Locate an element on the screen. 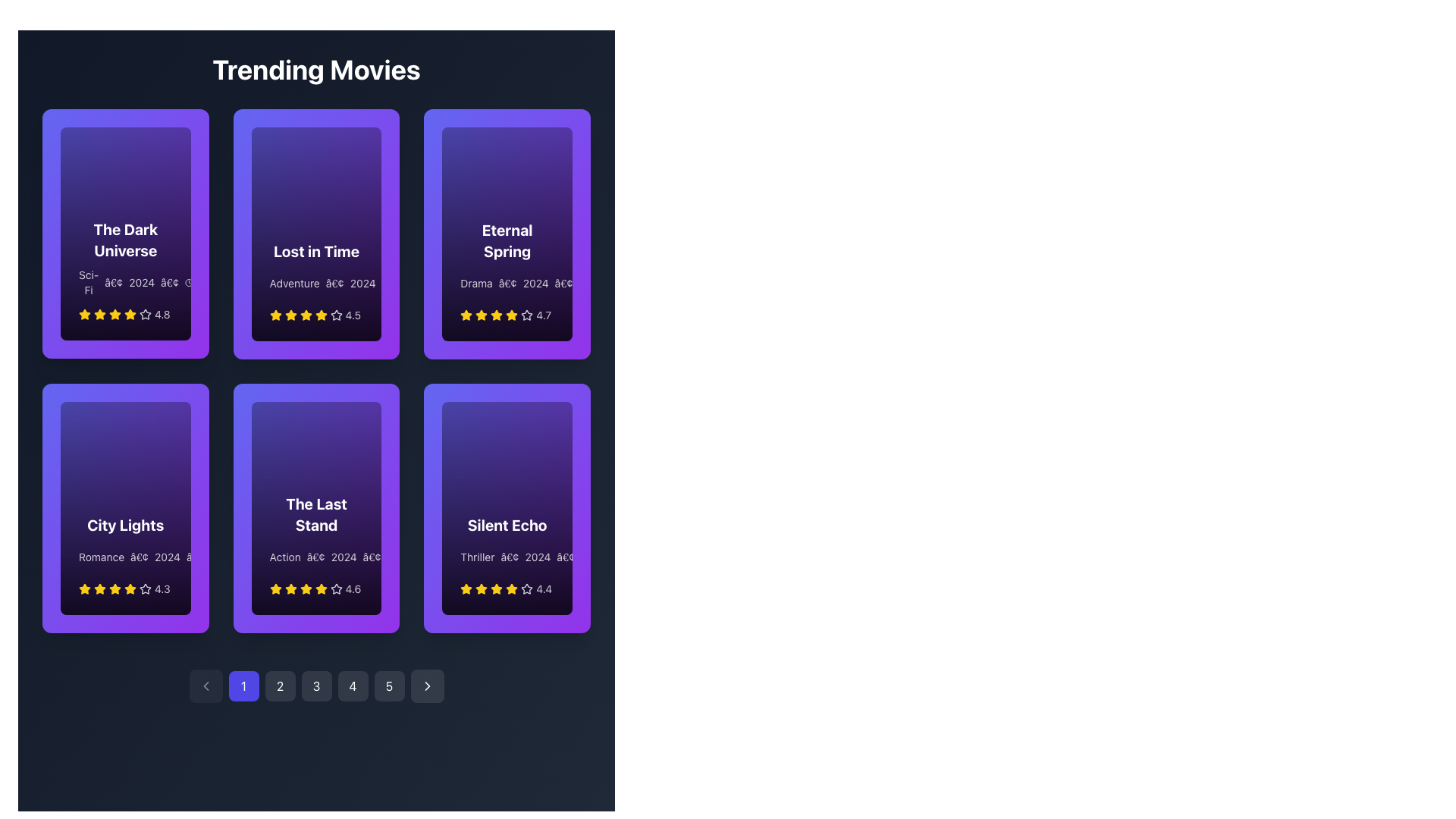 The width and height of the screenshot is (1456, 819). the button with an embedded play icon located at the center of the circular button in the top-right corner of the purple card labeled 'The Dark Universe' is located at coordinates (182, 140).